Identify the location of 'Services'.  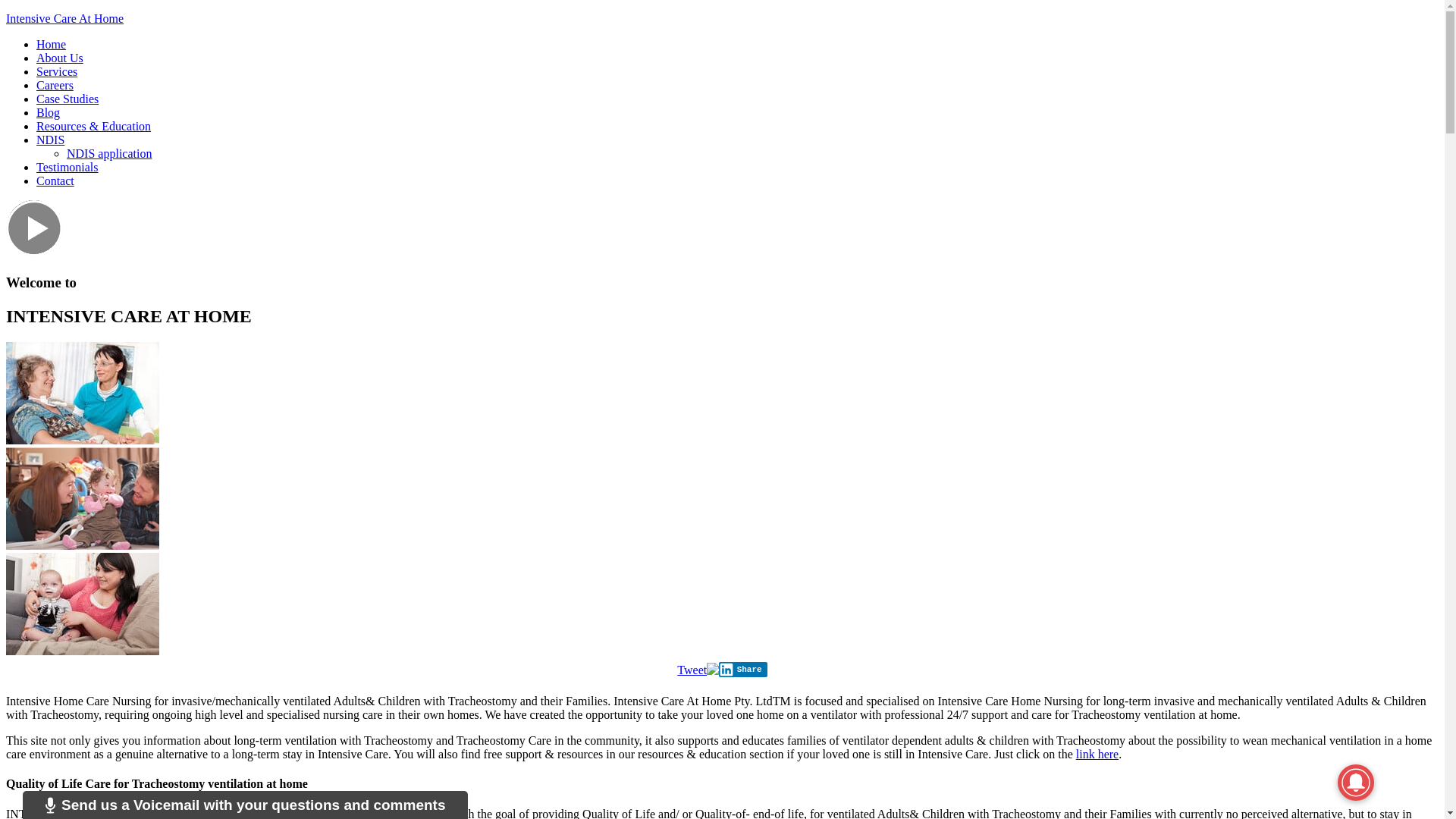
(57, 71).